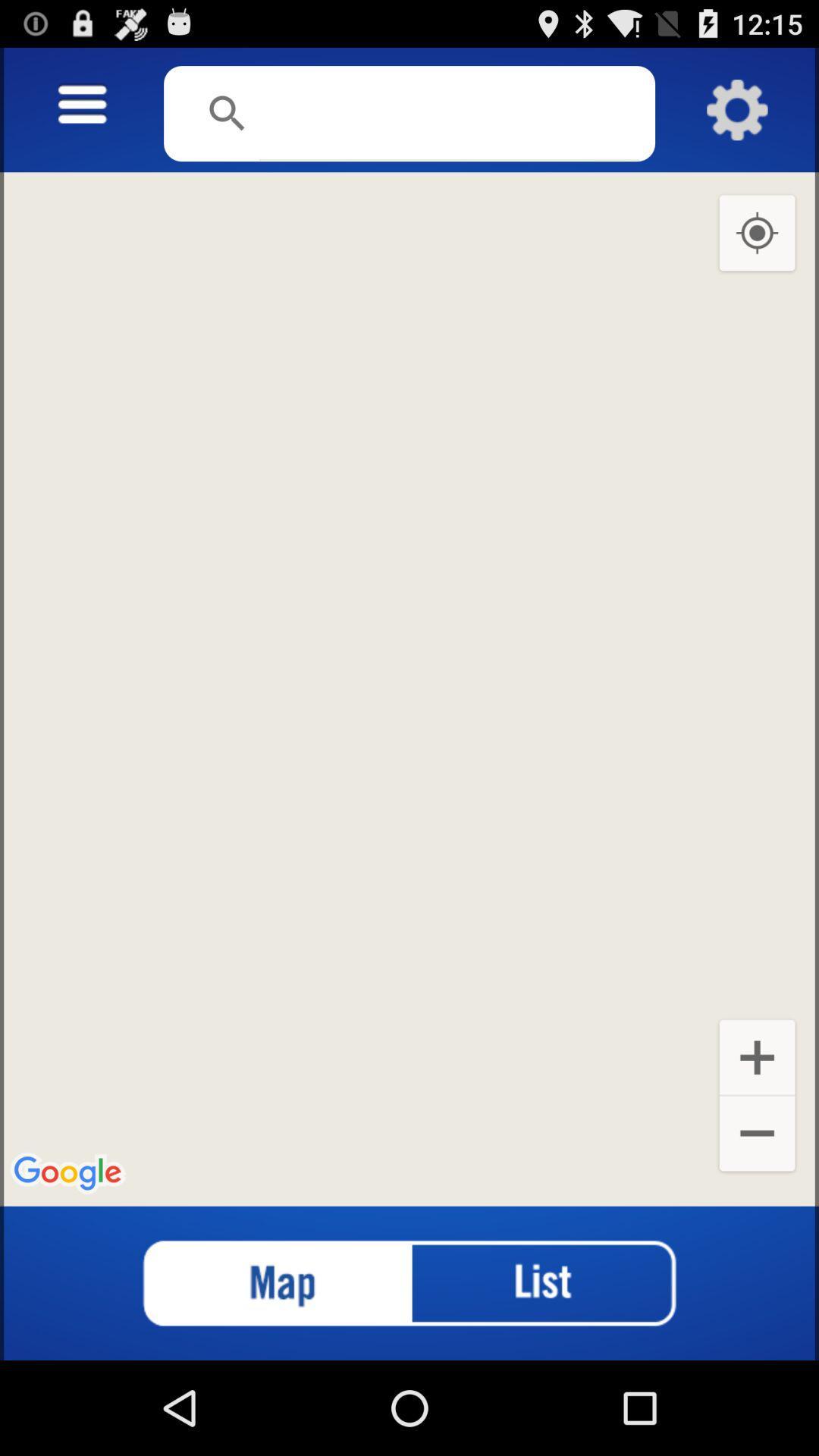  I want to click on the national_flag icon, so click(262, 1373).